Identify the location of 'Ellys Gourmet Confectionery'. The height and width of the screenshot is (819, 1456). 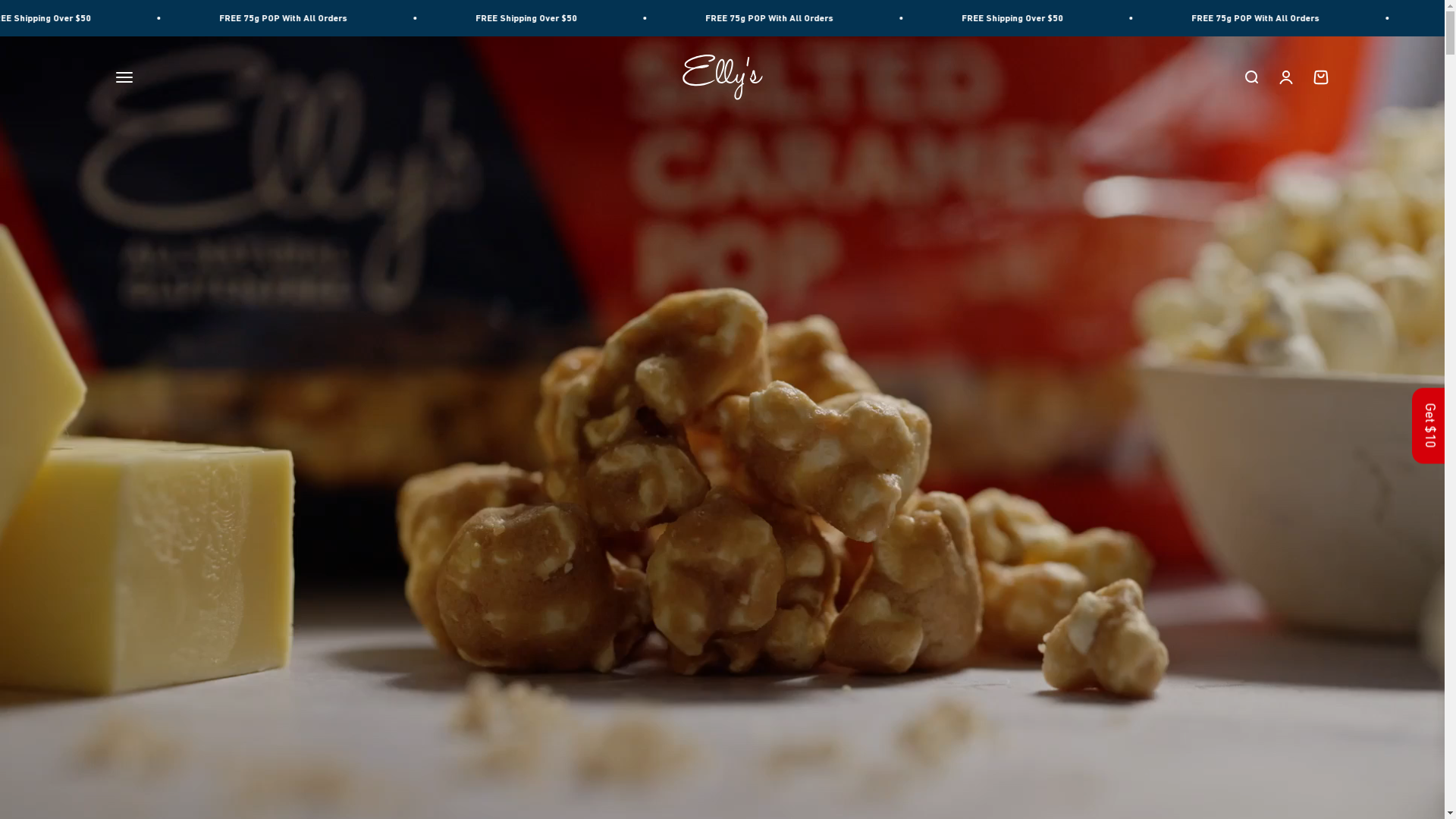
(722, 77).